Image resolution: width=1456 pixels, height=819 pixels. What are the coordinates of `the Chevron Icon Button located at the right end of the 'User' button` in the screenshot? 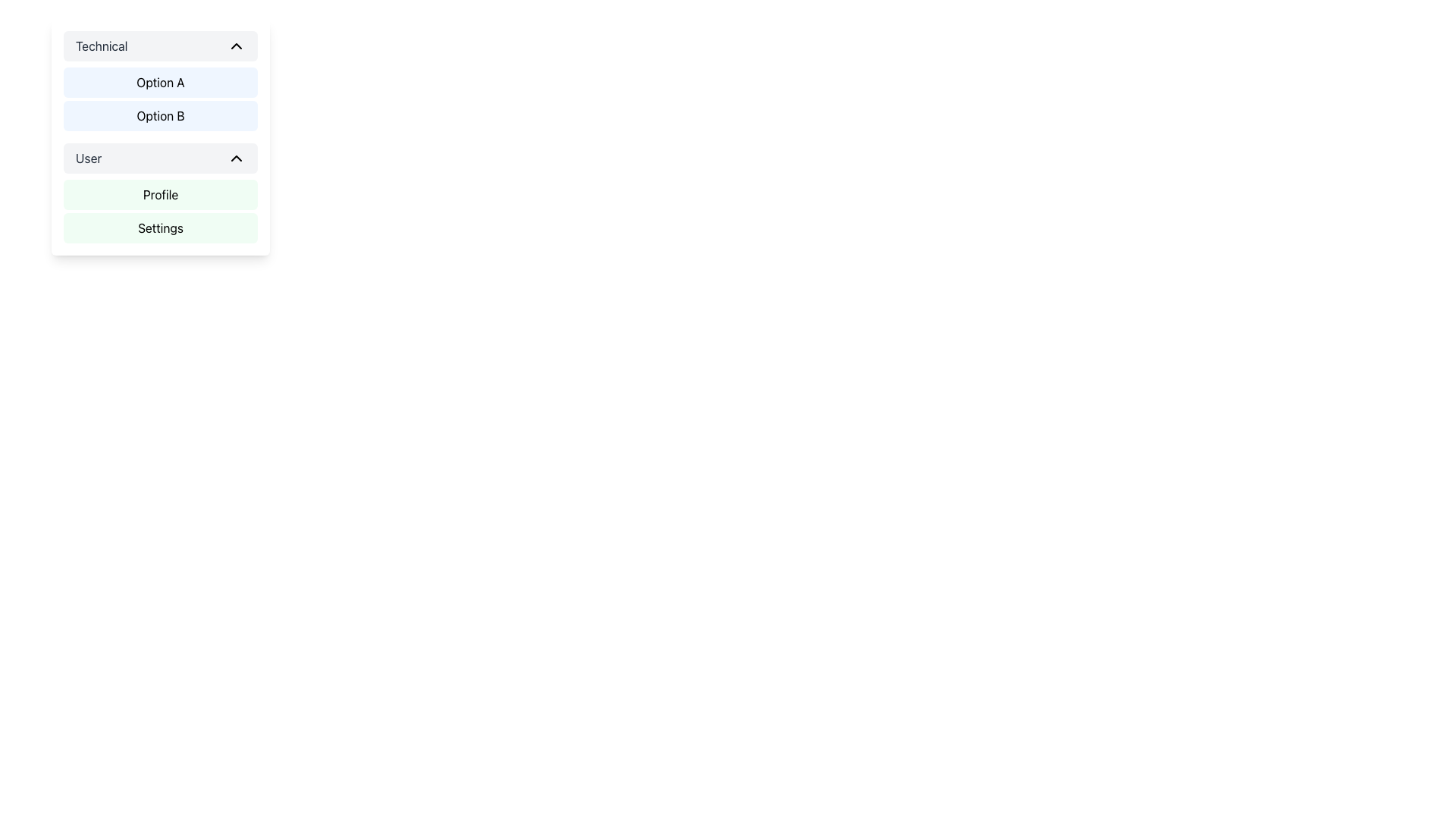 It's located at (236, 158).